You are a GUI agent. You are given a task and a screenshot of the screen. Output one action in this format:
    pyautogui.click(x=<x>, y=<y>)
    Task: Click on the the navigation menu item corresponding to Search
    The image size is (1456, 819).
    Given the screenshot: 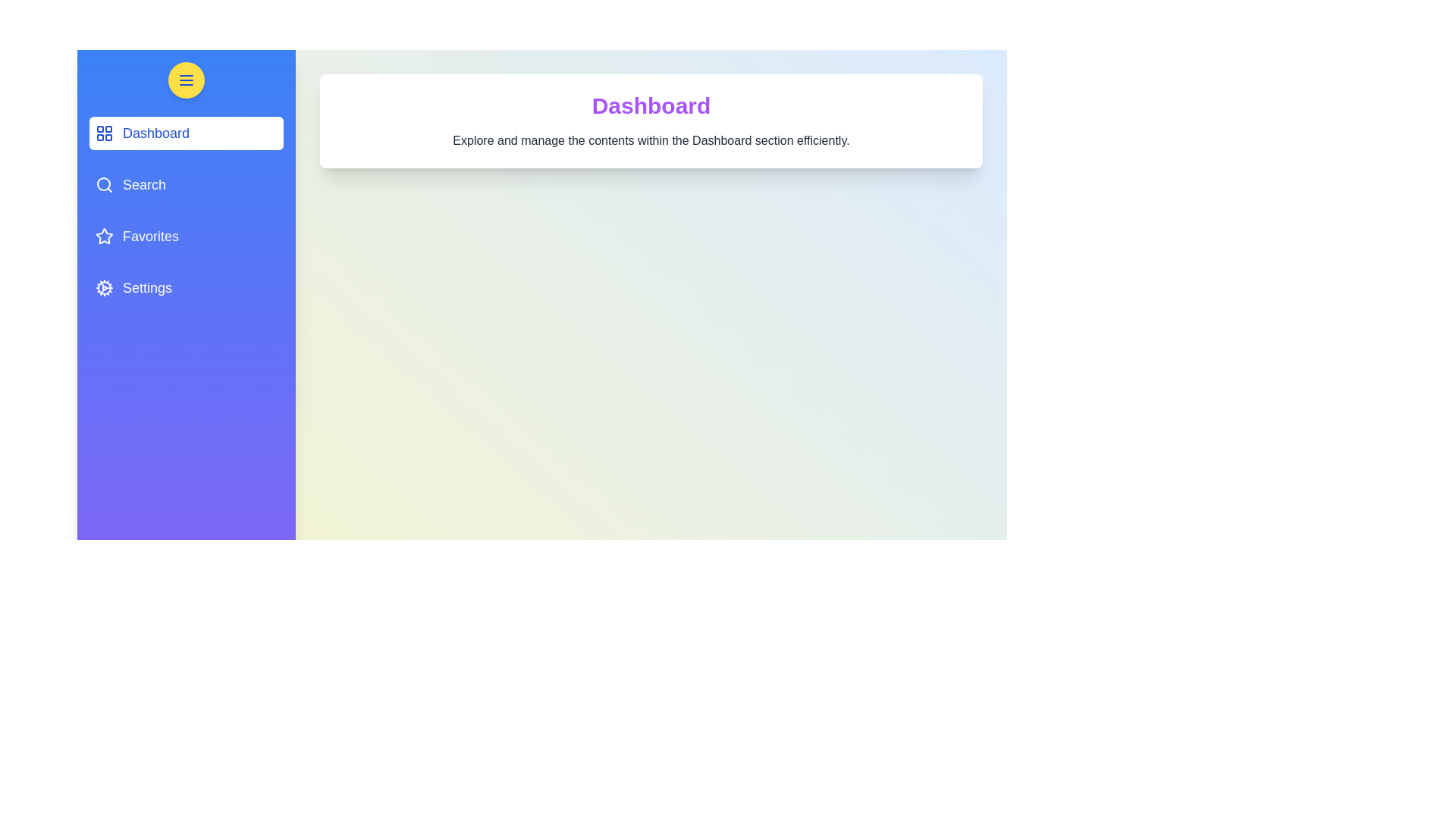 What is the action you would take?
    pyautogui.click(x=185, y=184)
    